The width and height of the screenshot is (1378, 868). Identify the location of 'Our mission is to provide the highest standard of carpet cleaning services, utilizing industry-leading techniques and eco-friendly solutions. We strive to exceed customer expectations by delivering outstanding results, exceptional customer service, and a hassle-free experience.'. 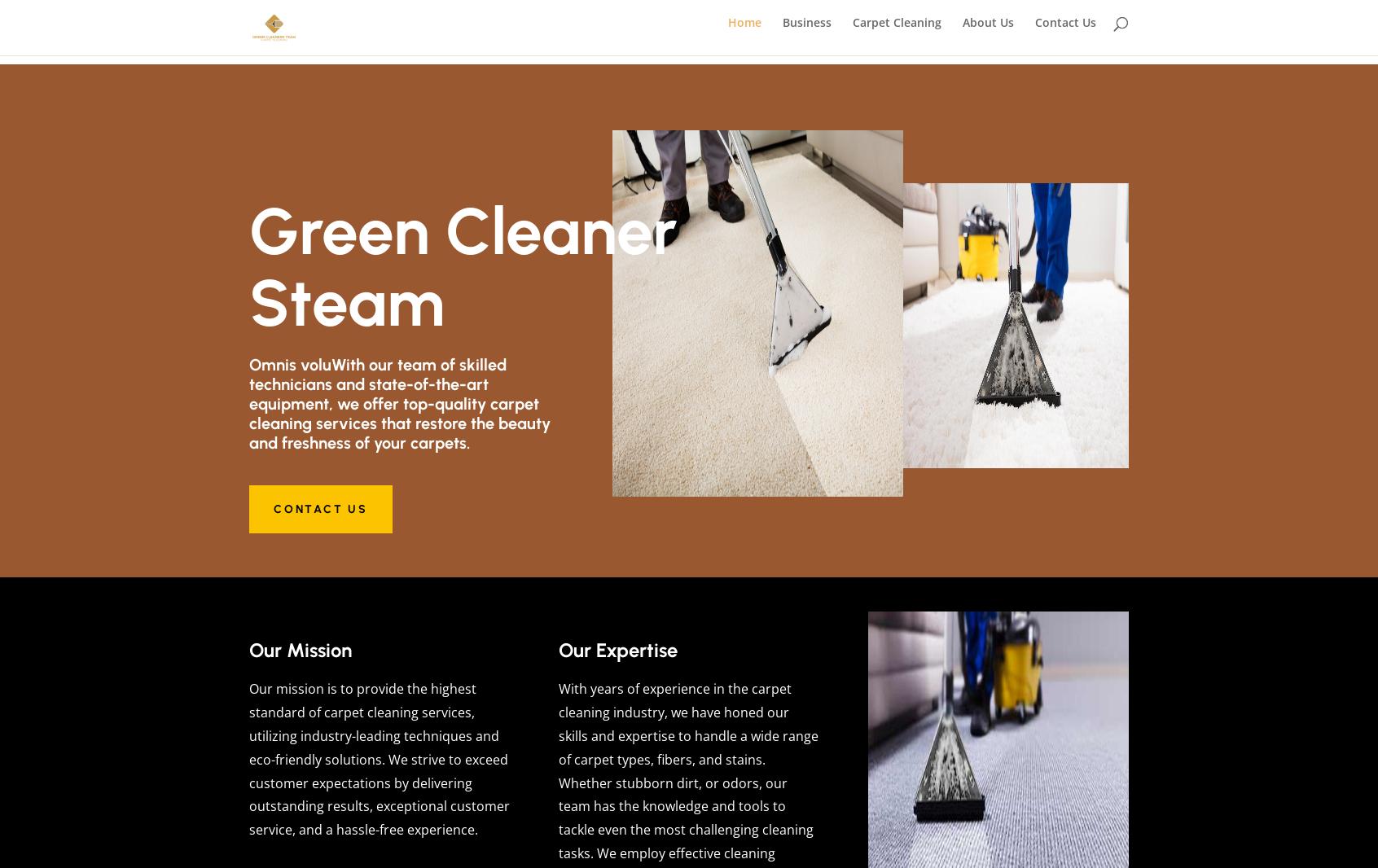
(378, 759).